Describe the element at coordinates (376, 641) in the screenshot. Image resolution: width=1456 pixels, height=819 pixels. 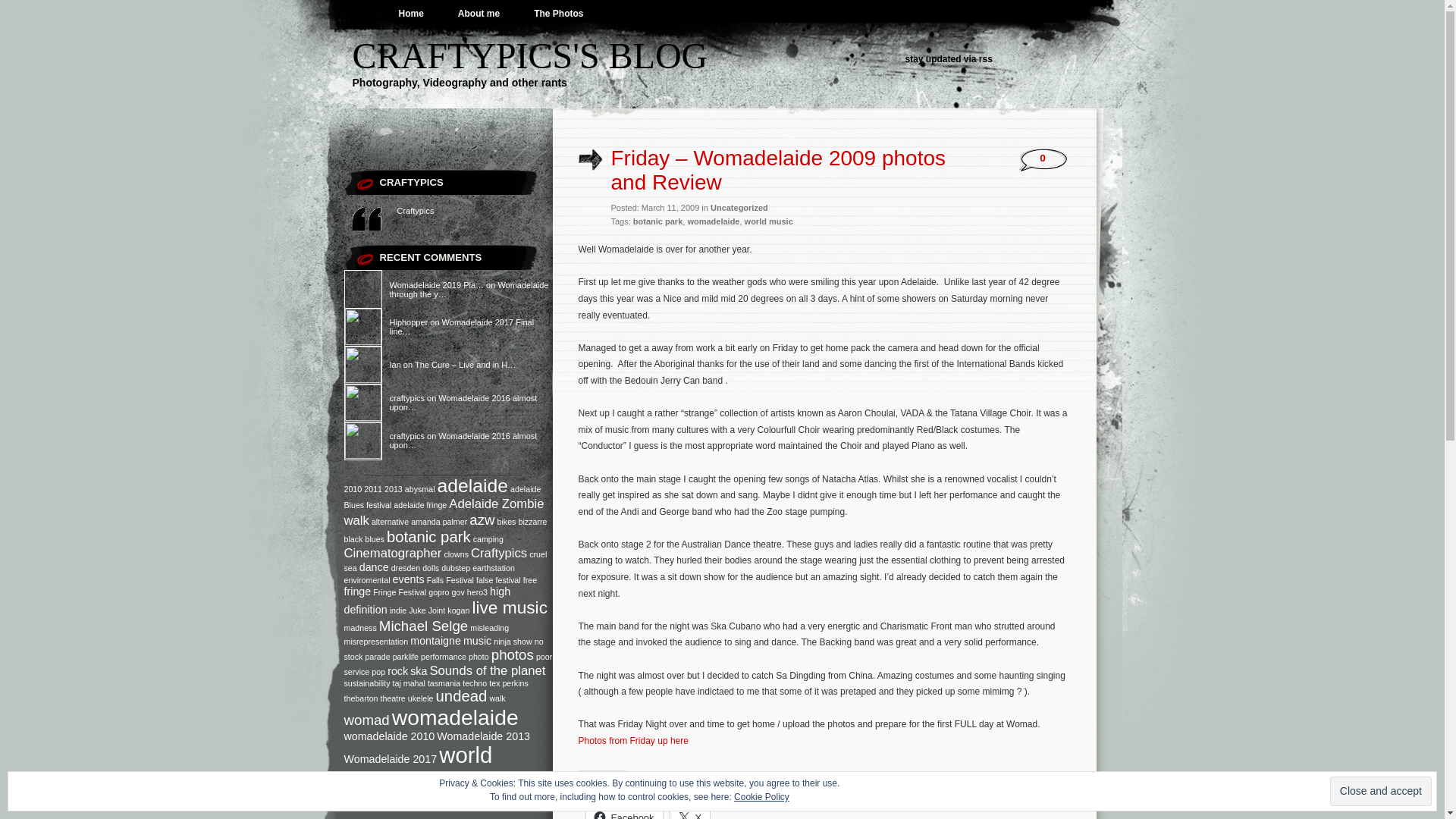
I see `'misrepresentation'` at that location.